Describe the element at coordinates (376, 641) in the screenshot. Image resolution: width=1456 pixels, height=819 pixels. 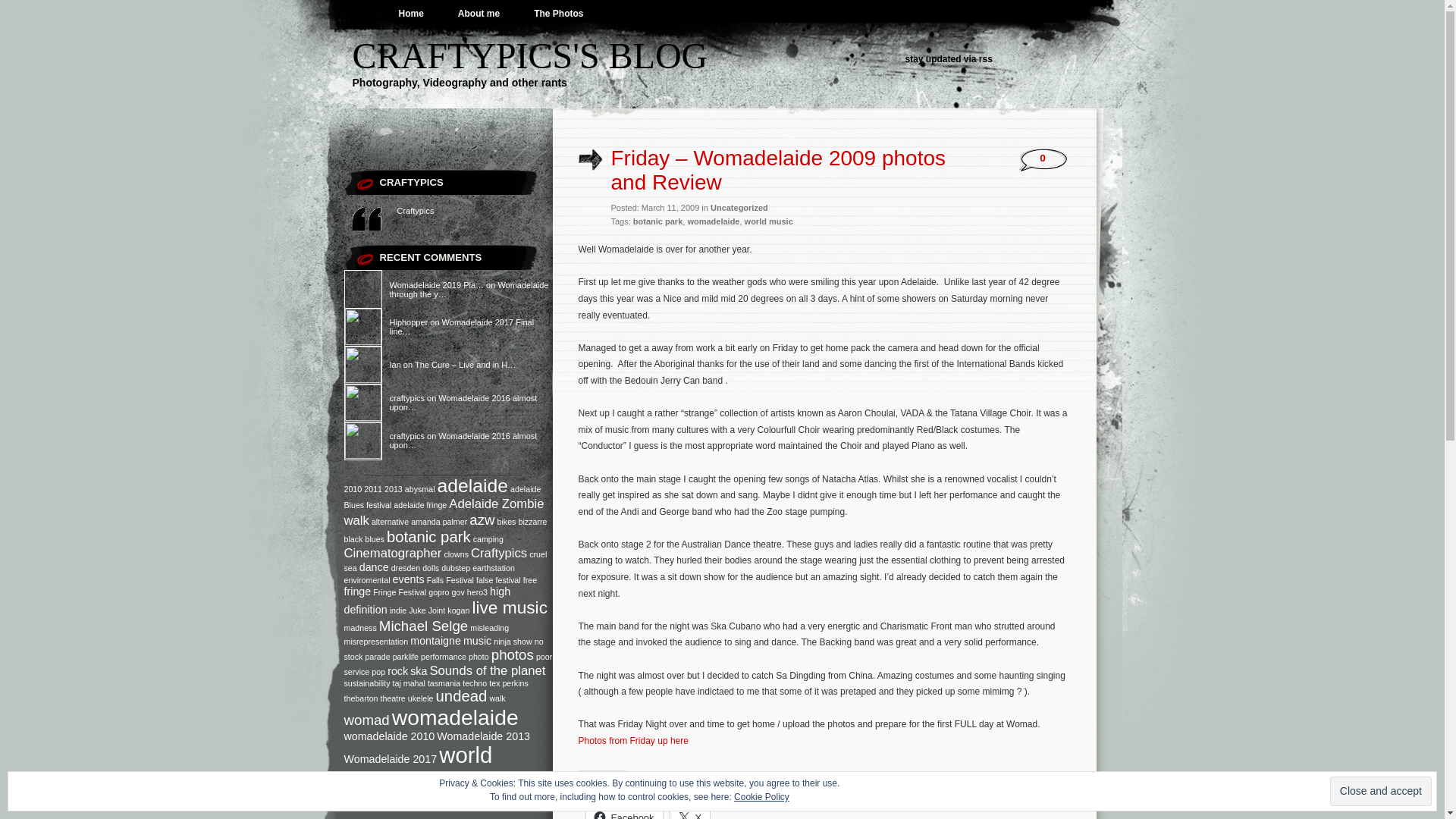
I see `'misrepresentation'` at that location.